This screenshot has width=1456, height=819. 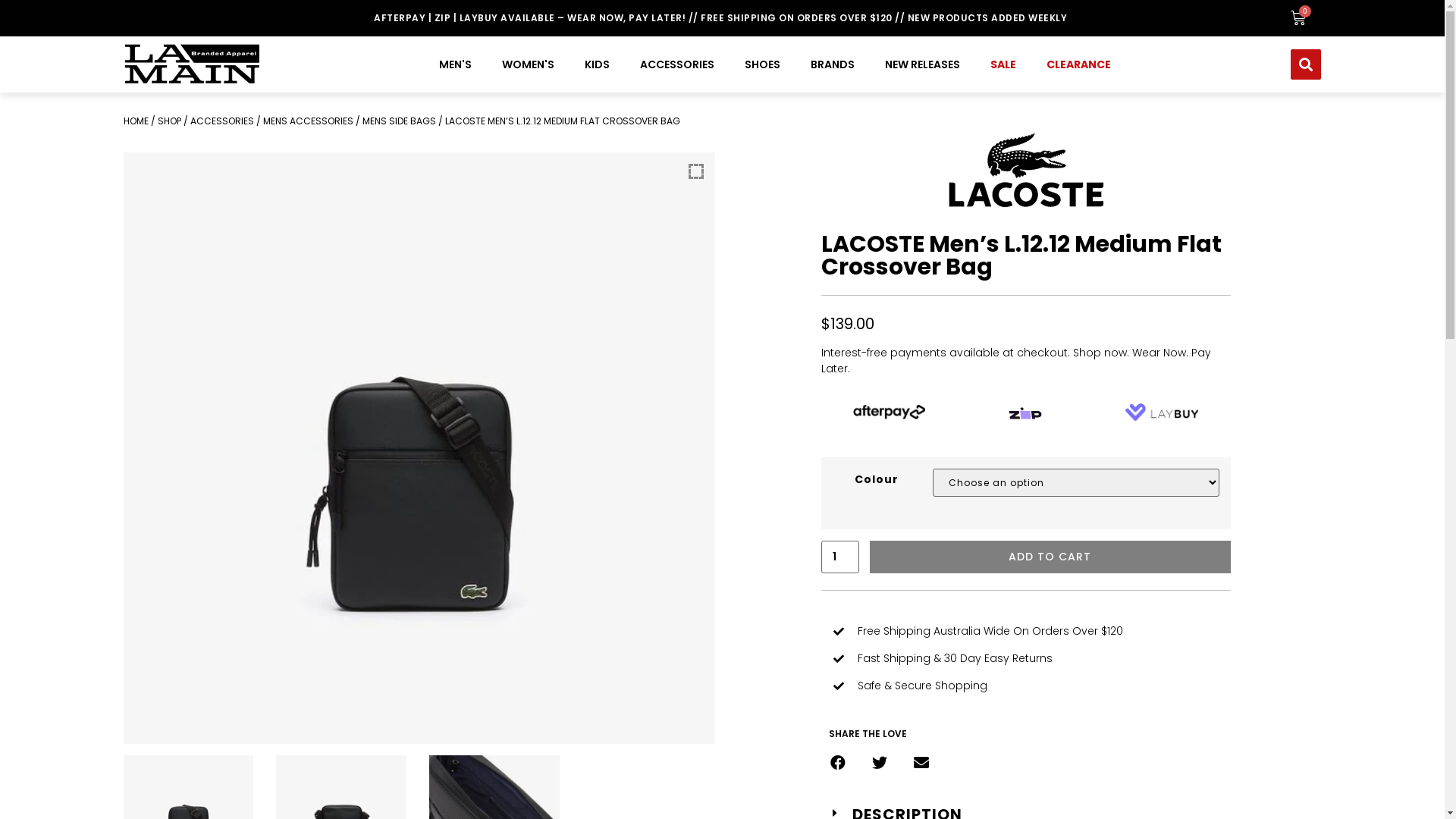 I want to click on 'MENS SIDE BAGS', so click(x=399, y=120).